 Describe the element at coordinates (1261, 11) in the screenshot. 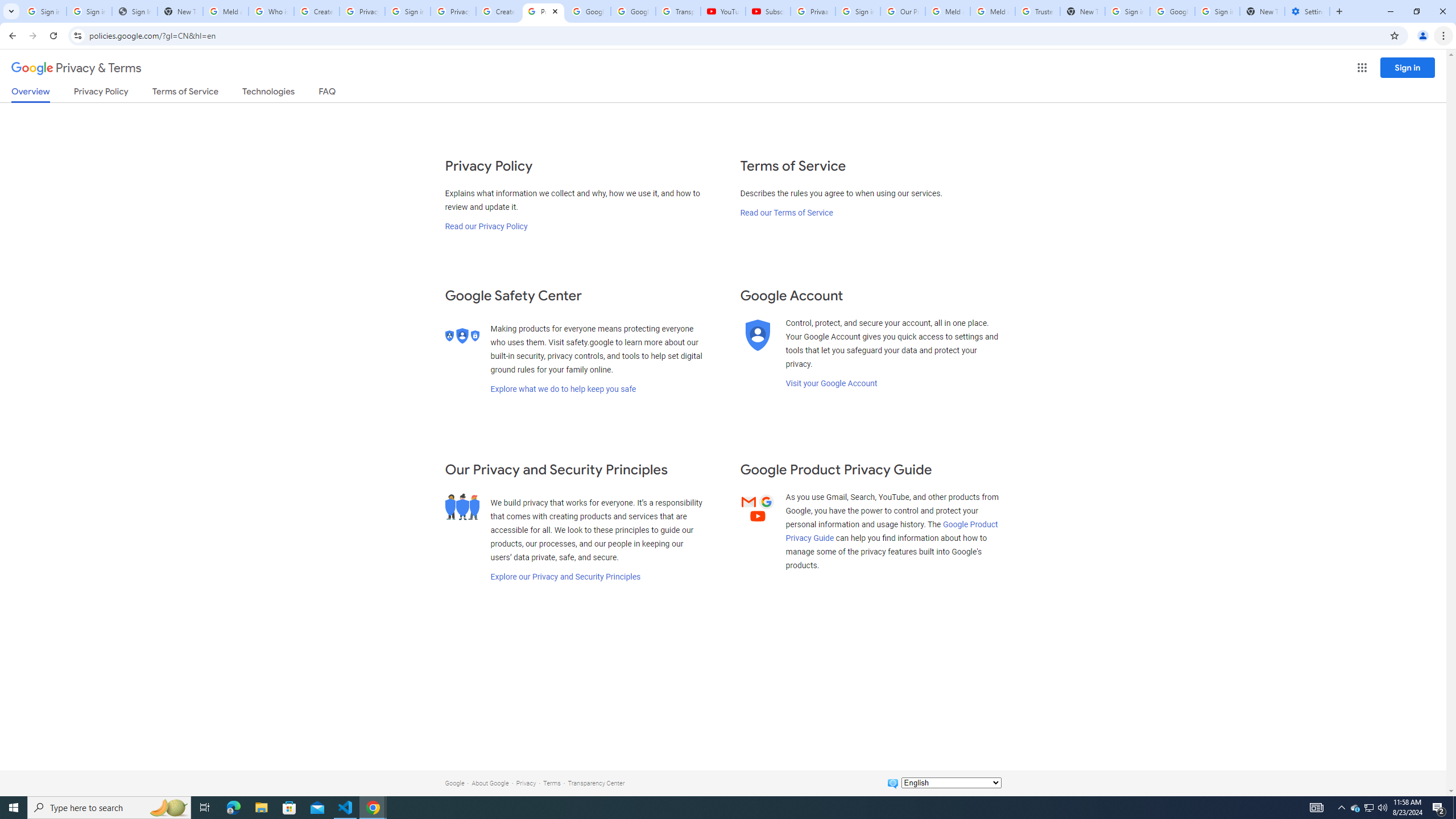

I see `'New Tab'` at that location.